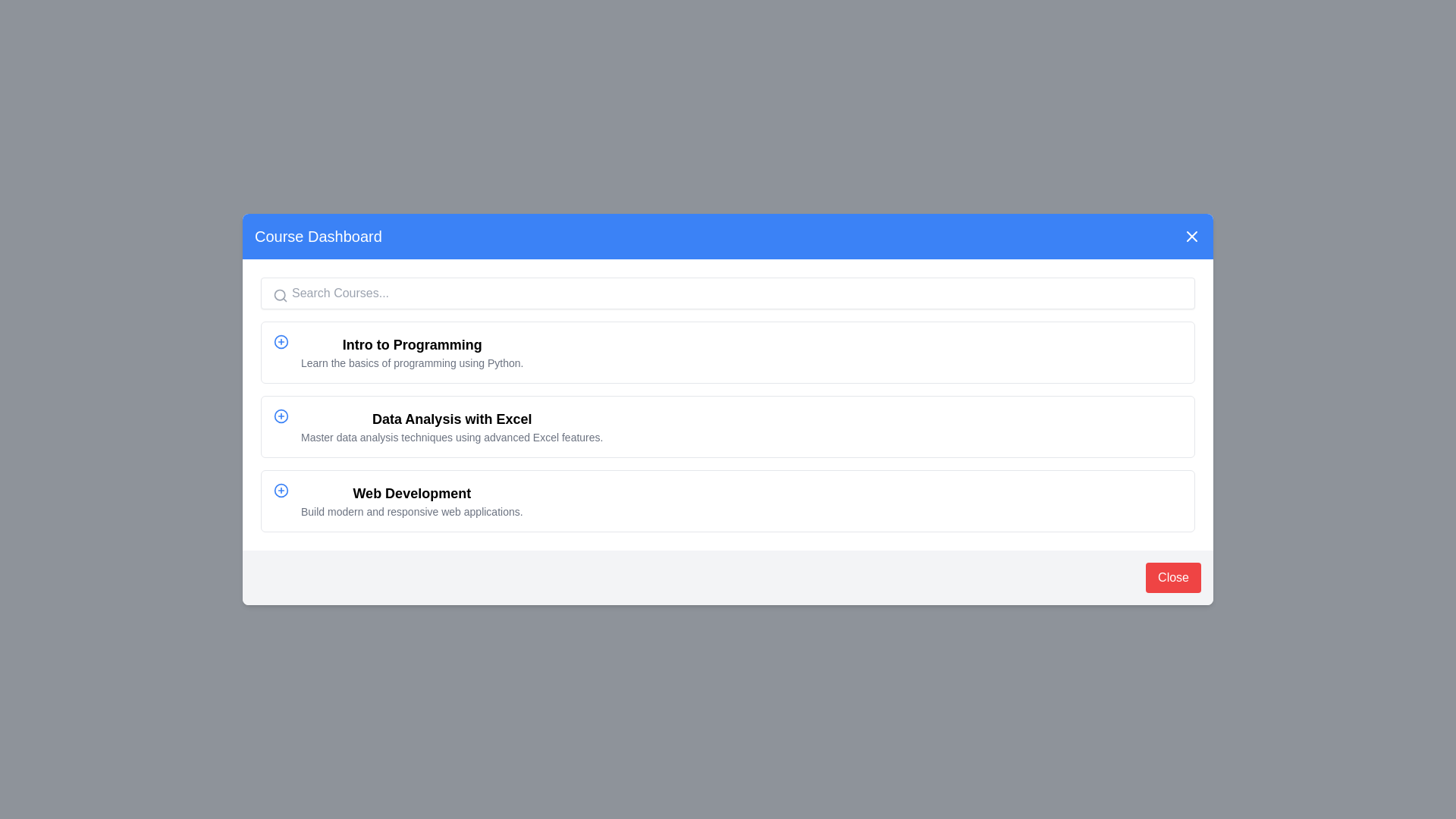  Describe the element at coordinates (1172, 578) in the screenshot. I see `the 'Close' button located at the bottom-right corner of the modal dialog` at that location.